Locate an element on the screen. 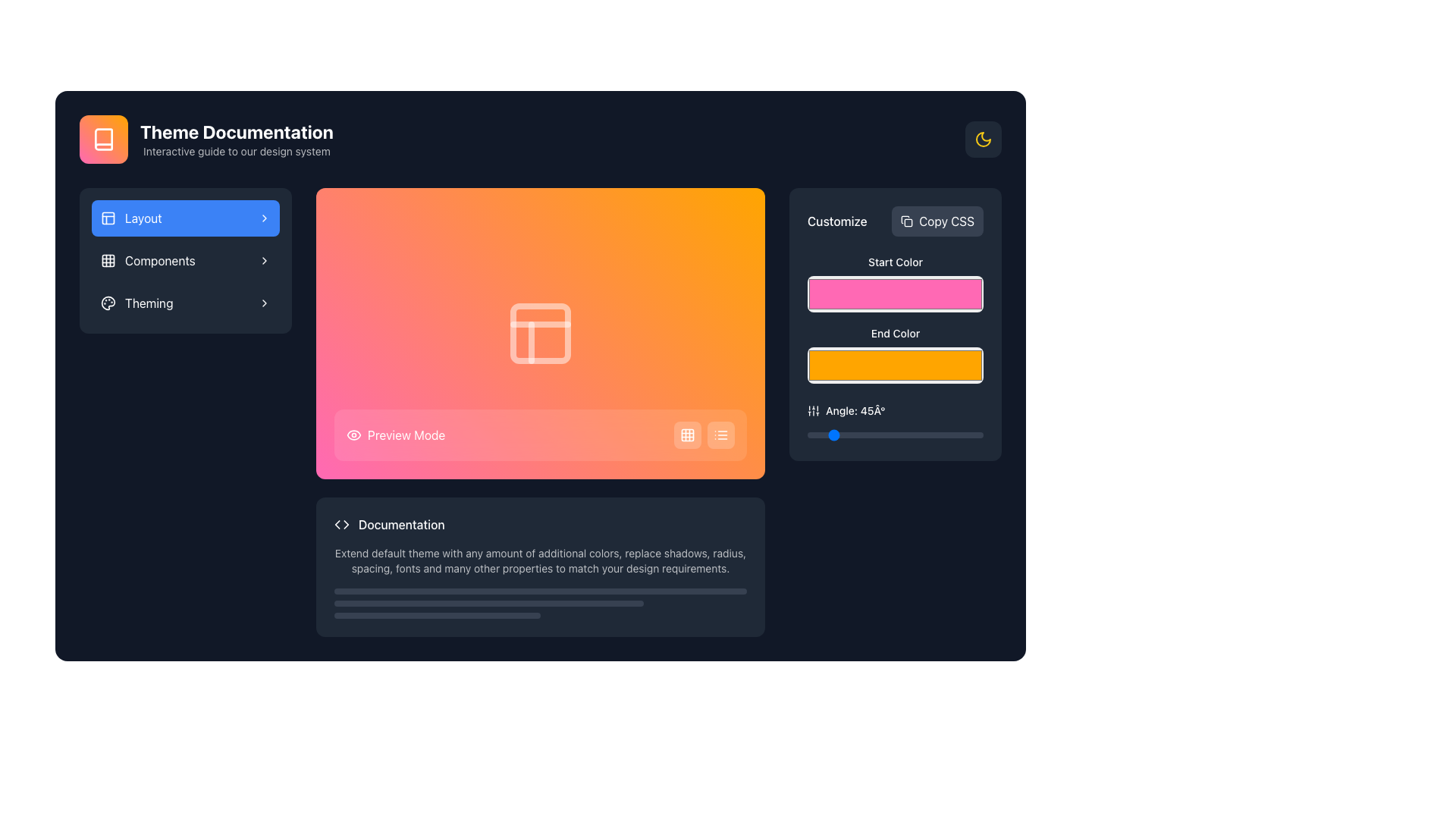 Image resolution: width=1456 pixels, height=819 pixels. the pink color picker located directly beneath the 'Start Color' label is located at coordinates (895, 284).